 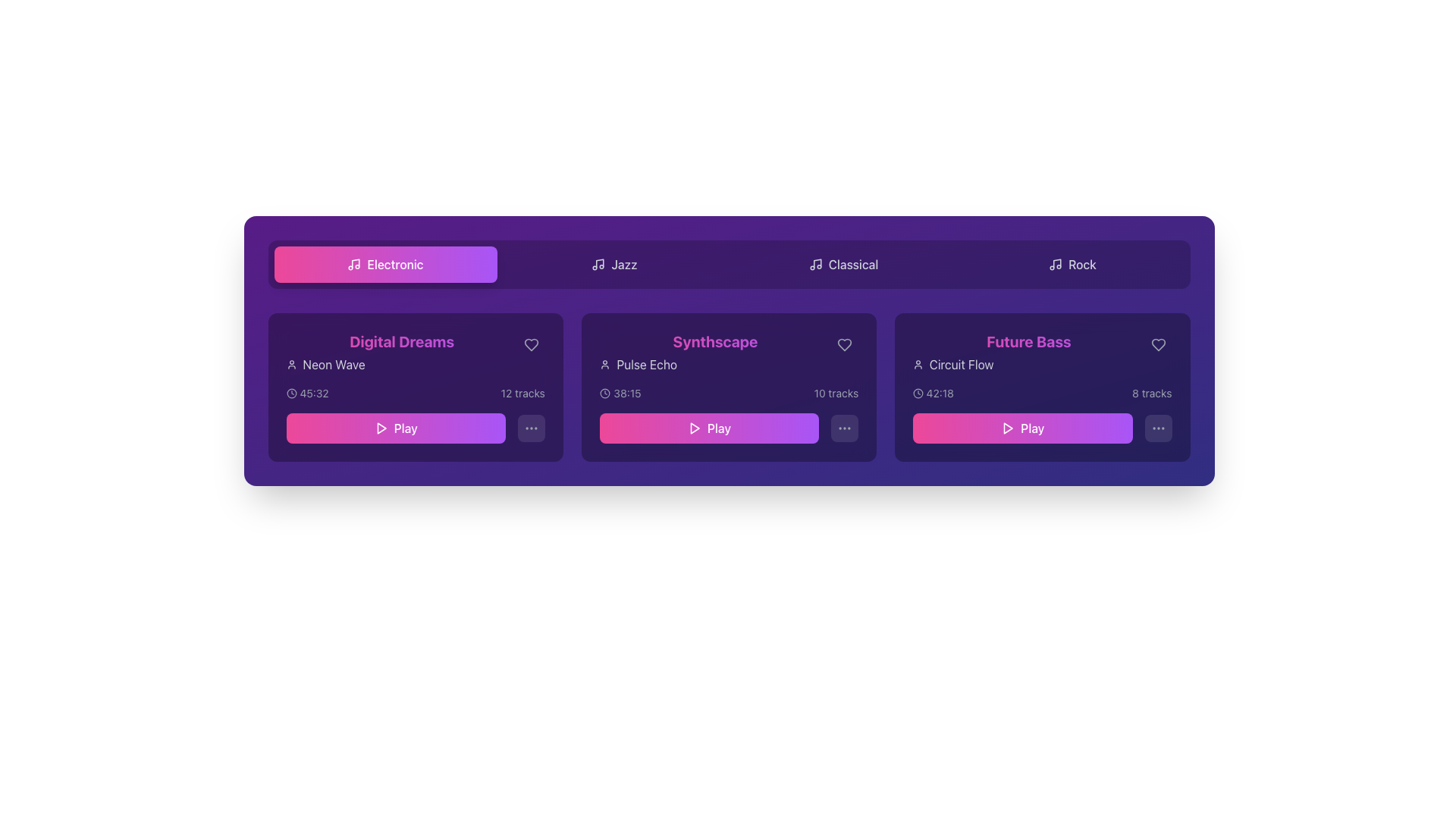 I want to click on the play icon representing the play action for the music track associated with the 'Synthscape' card, which is centrally positioned within the 'Play' button, so click(x=694, y=428).